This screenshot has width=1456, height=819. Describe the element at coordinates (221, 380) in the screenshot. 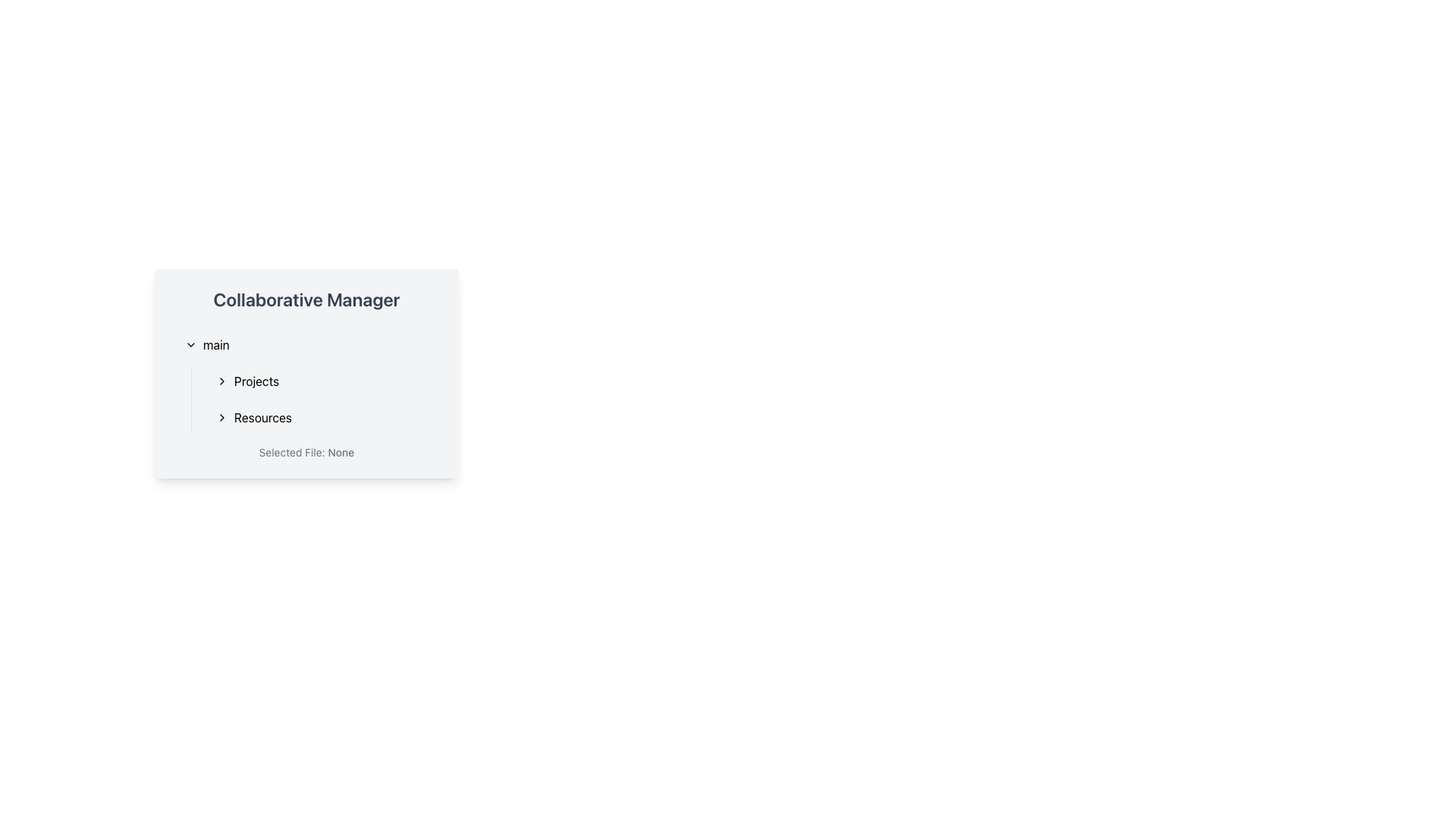

I see `the small right-pointing arrow icon located to the left of the text label 'Projects'` at that location.